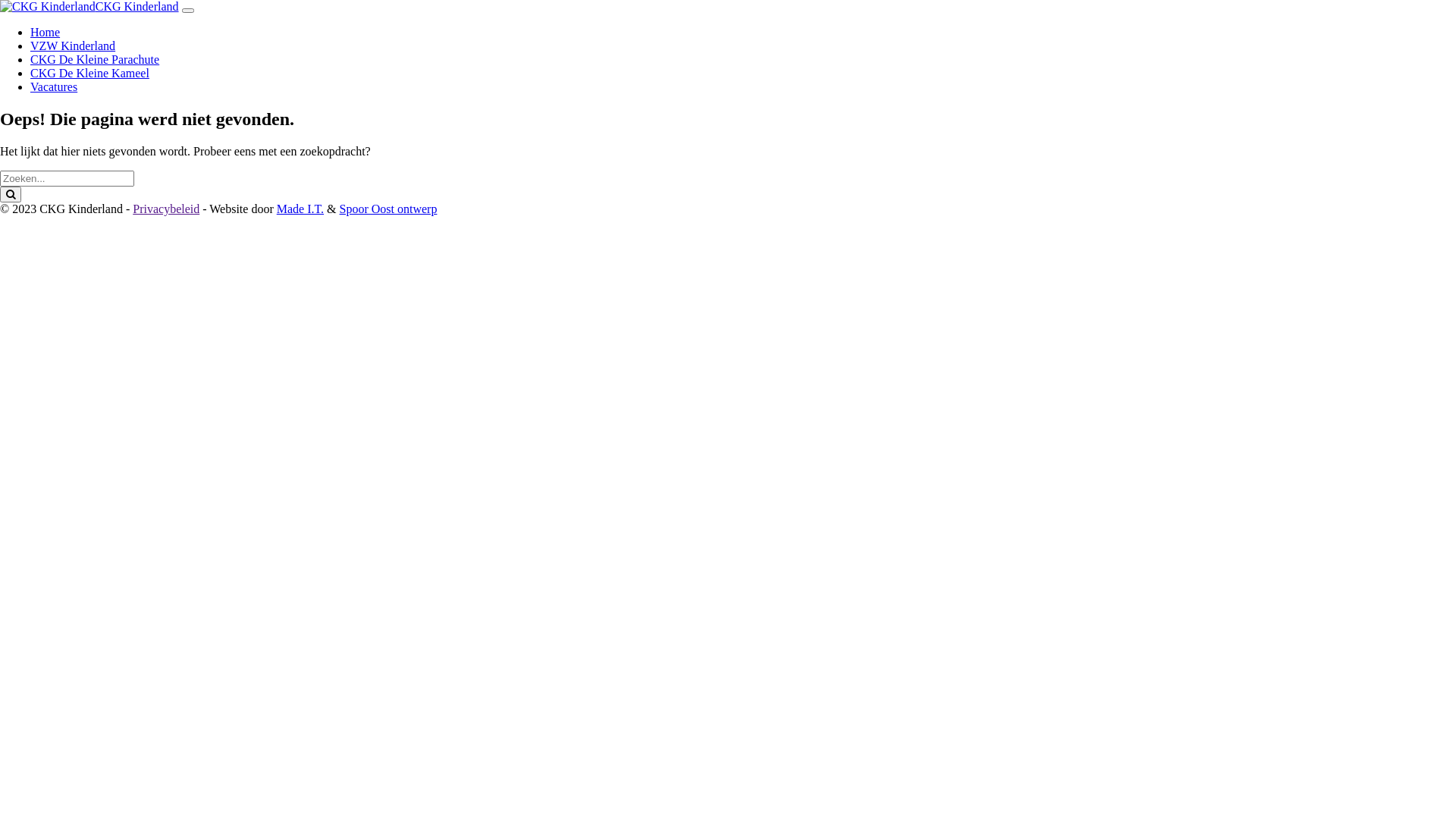 Image resolution: width=1456 pixels, height=819 pixels. Describe the element at coordinates (89, 73) in the screenshot. I see `'CKG De Kleine Kameel'` at that location.